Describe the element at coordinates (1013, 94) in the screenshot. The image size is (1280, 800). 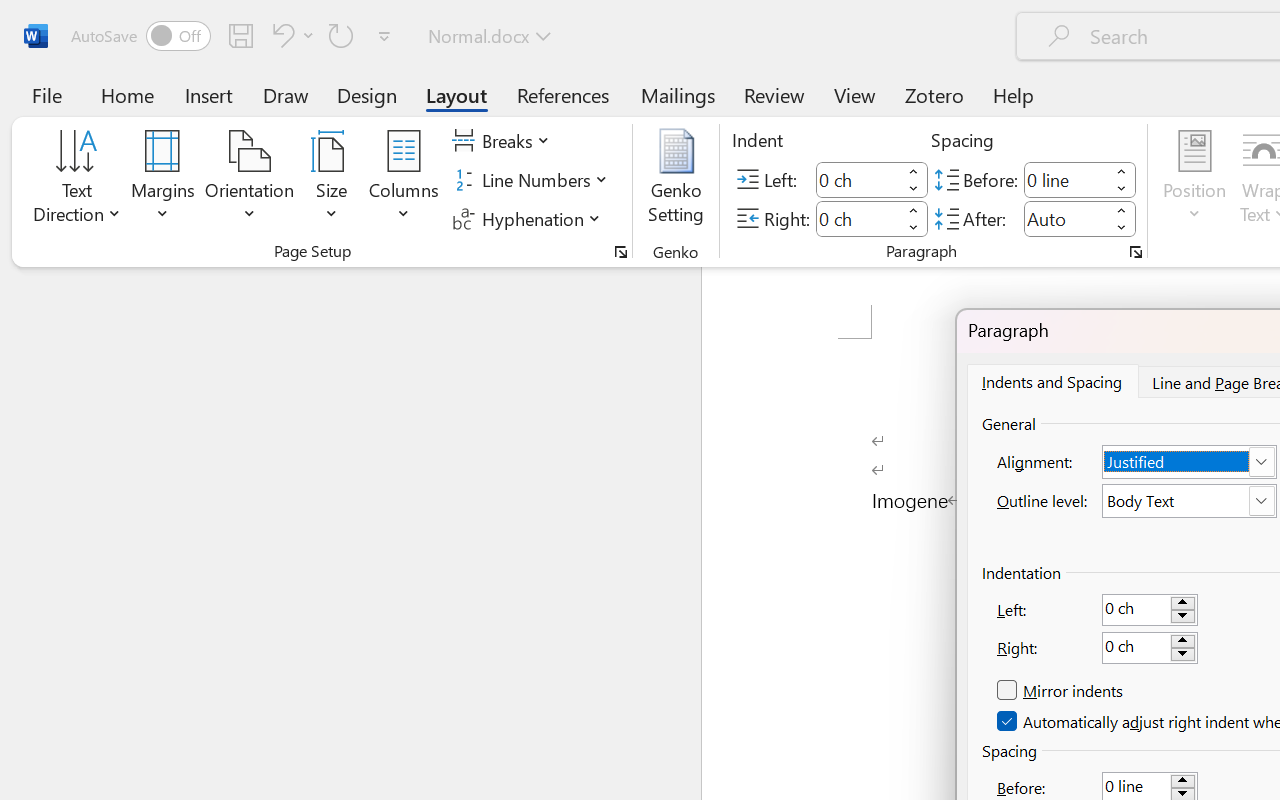
I see `'Help'` at that location.